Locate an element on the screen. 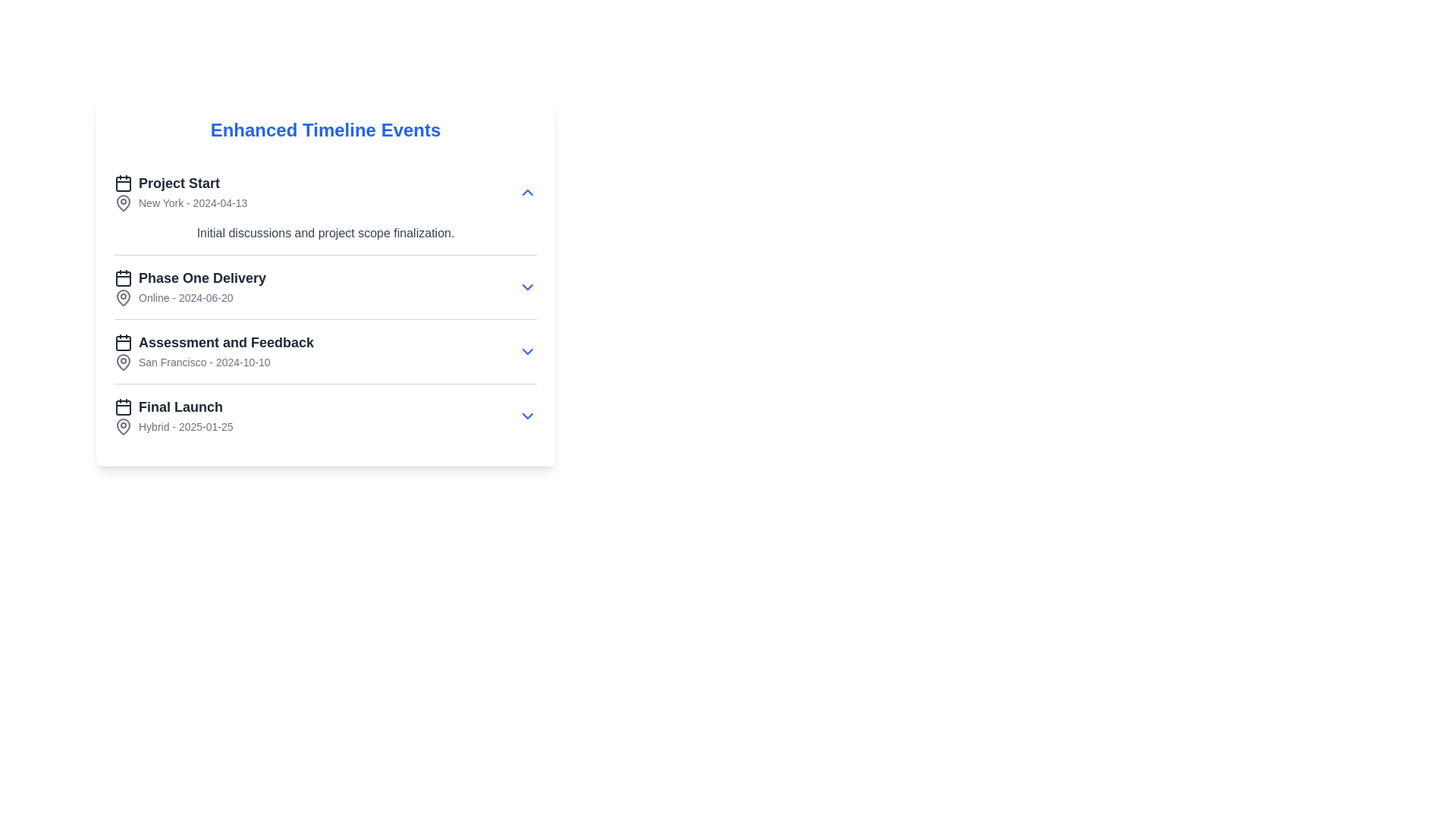 Image resolution: width=1456 pixels, height=819 pixels. the map pin icon located to the left of the text 'Hybrid - 2025-01-25' in the 'Final Launch' section of the timeline interface is located at coordinates (124, 427).